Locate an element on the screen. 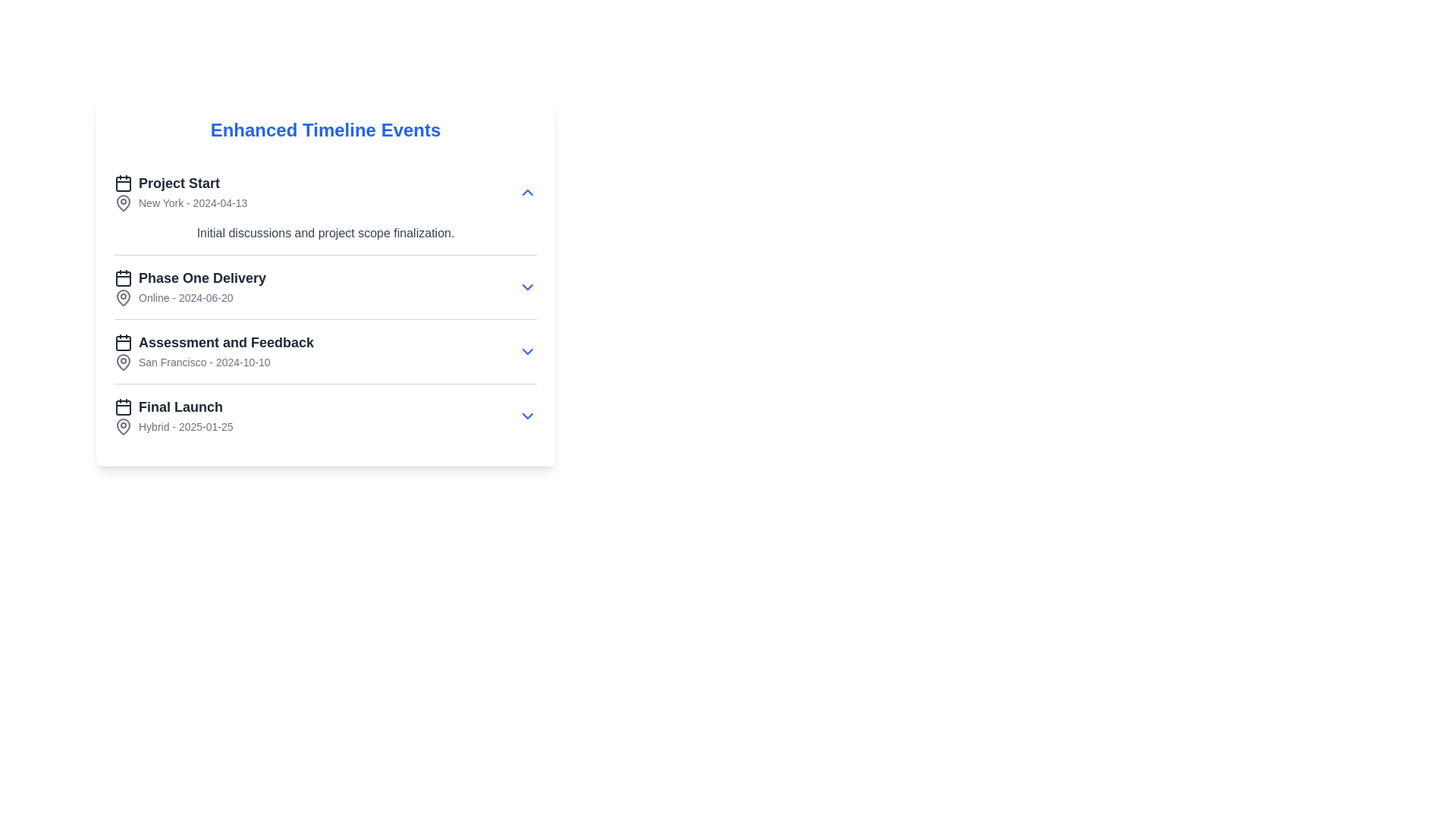 Image resolution: width=1456 pixels, height=819 pixels. the map pin icon located to the left of the text 'Hybrid - 2025-01-25' in the 'Final Launch' section of the timeline interface is located at coordinates (124, 427).